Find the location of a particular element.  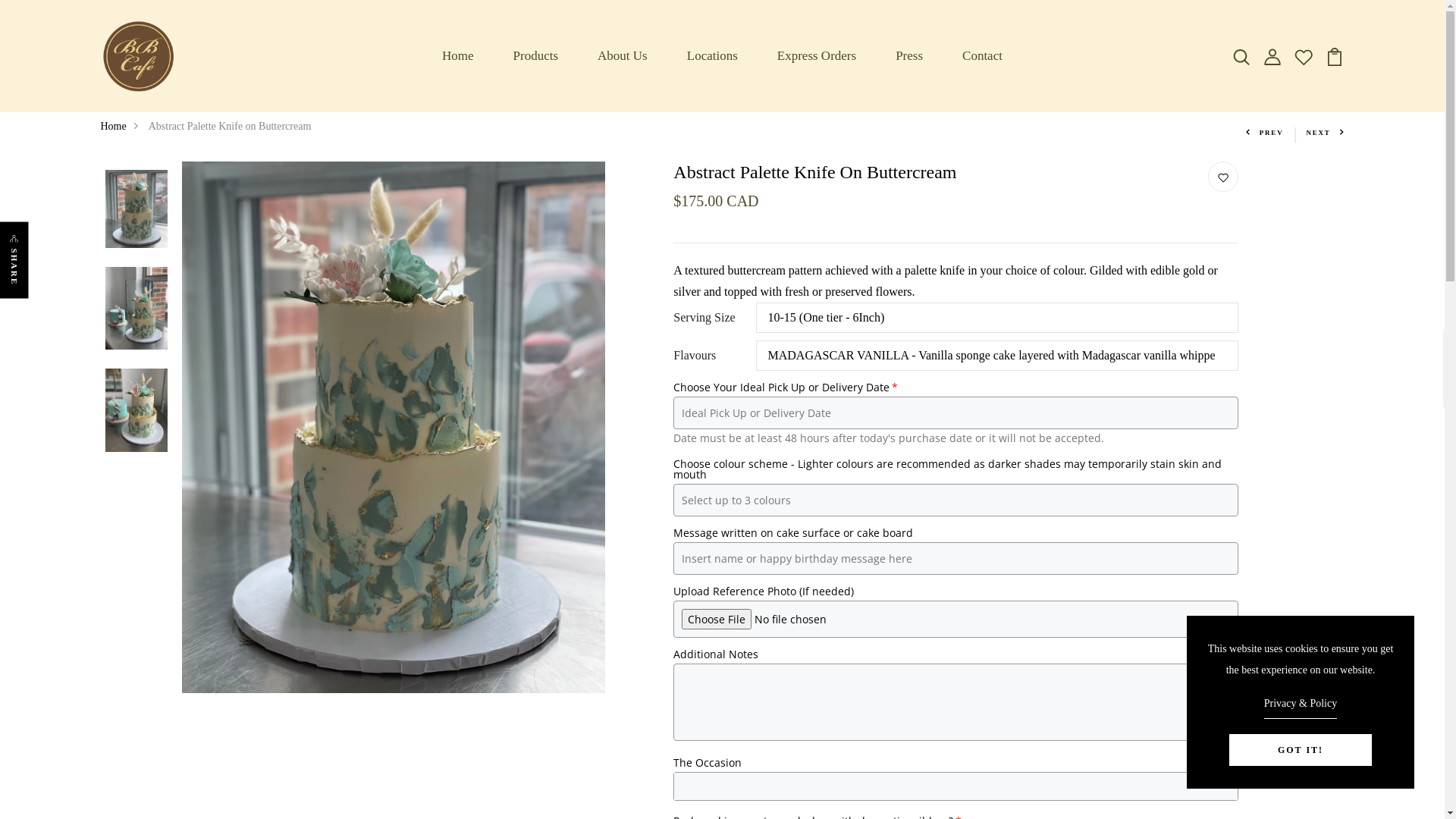

'Log In' is located at coordinates (722, 575).